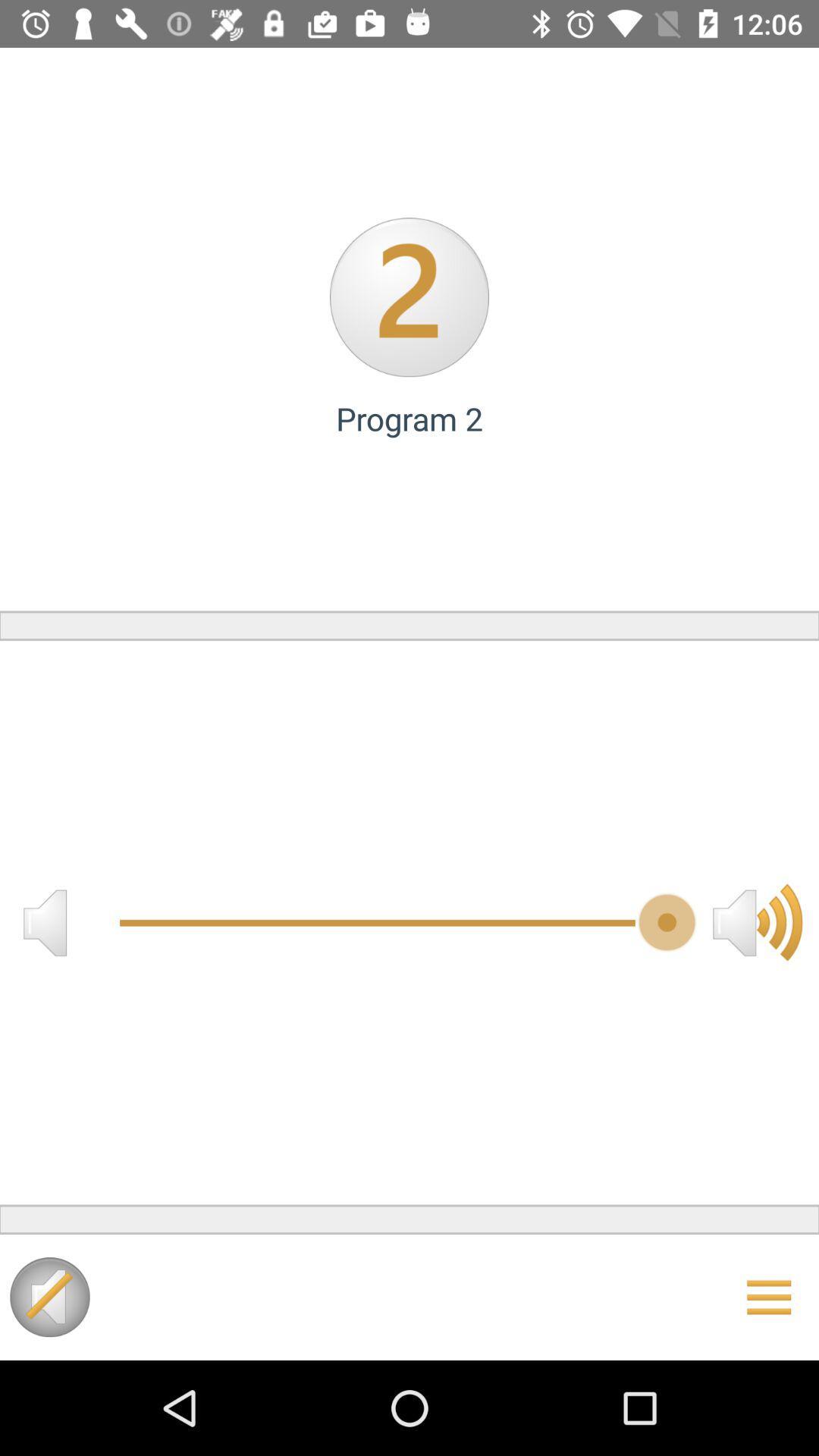 The image size is (819, 1456). I want to click on mute, so click(44, 921).